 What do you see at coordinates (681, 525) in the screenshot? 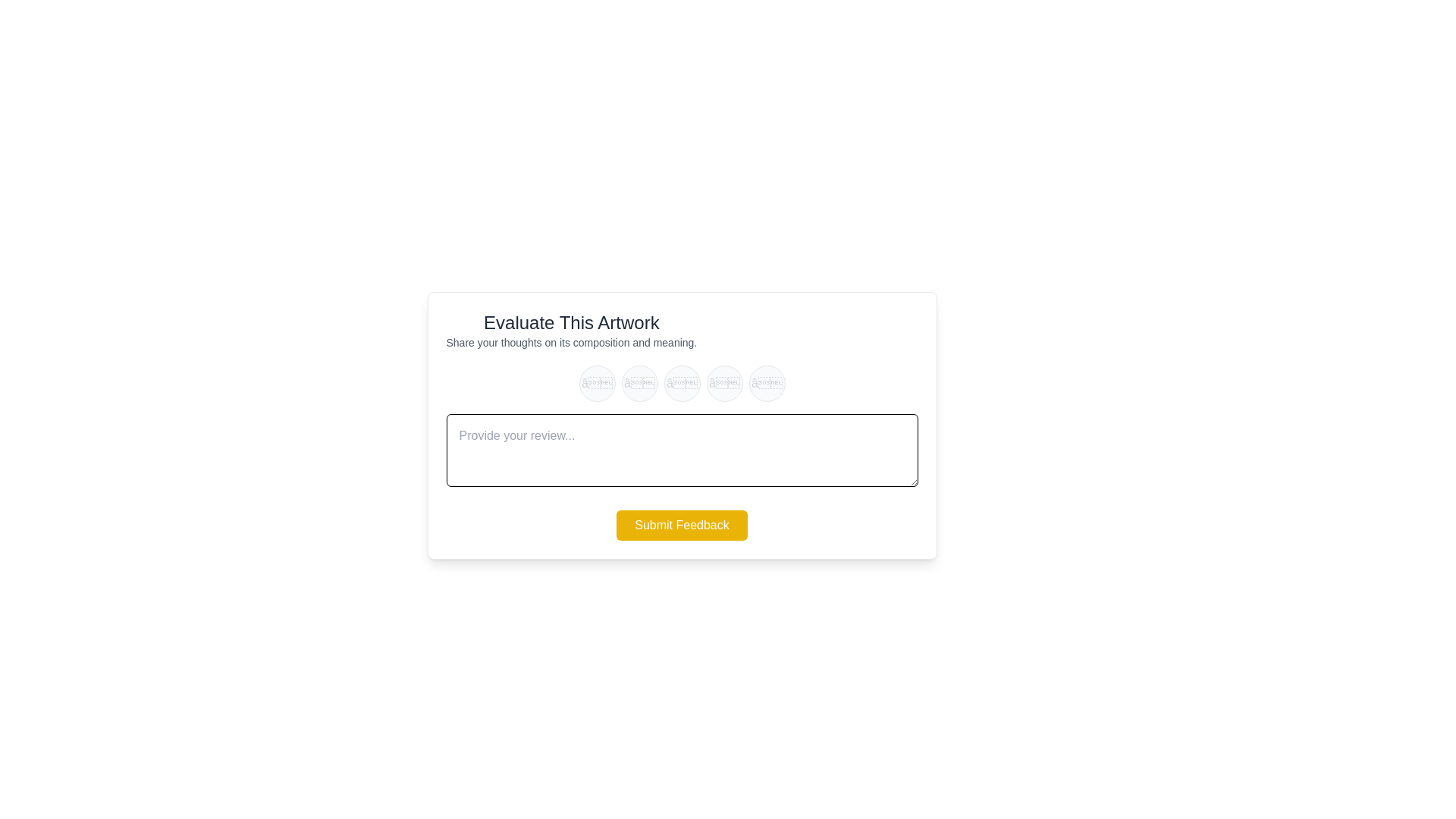
I see `the 'Submit Feedback' button` at bounding box center [681, 525].